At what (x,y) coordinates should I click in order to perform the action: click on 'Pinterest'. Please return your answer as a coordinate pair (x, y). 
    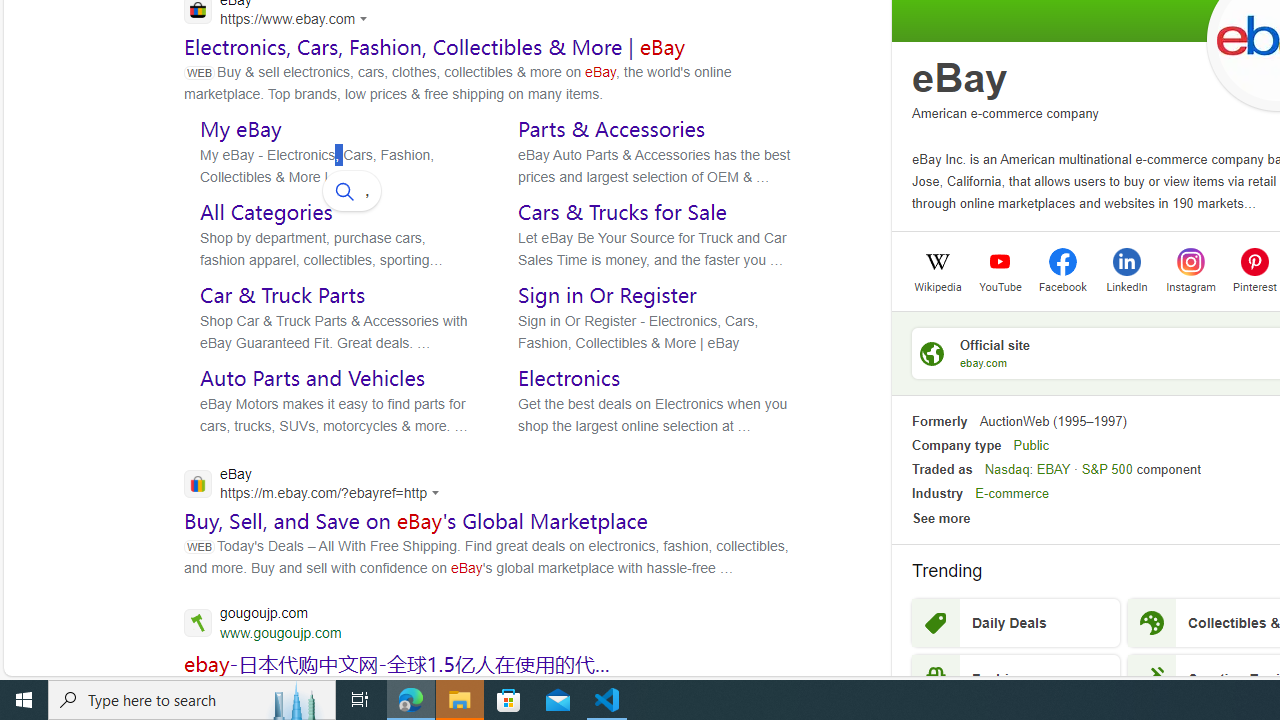
    Looking at the image, I should click on (1254, 260).